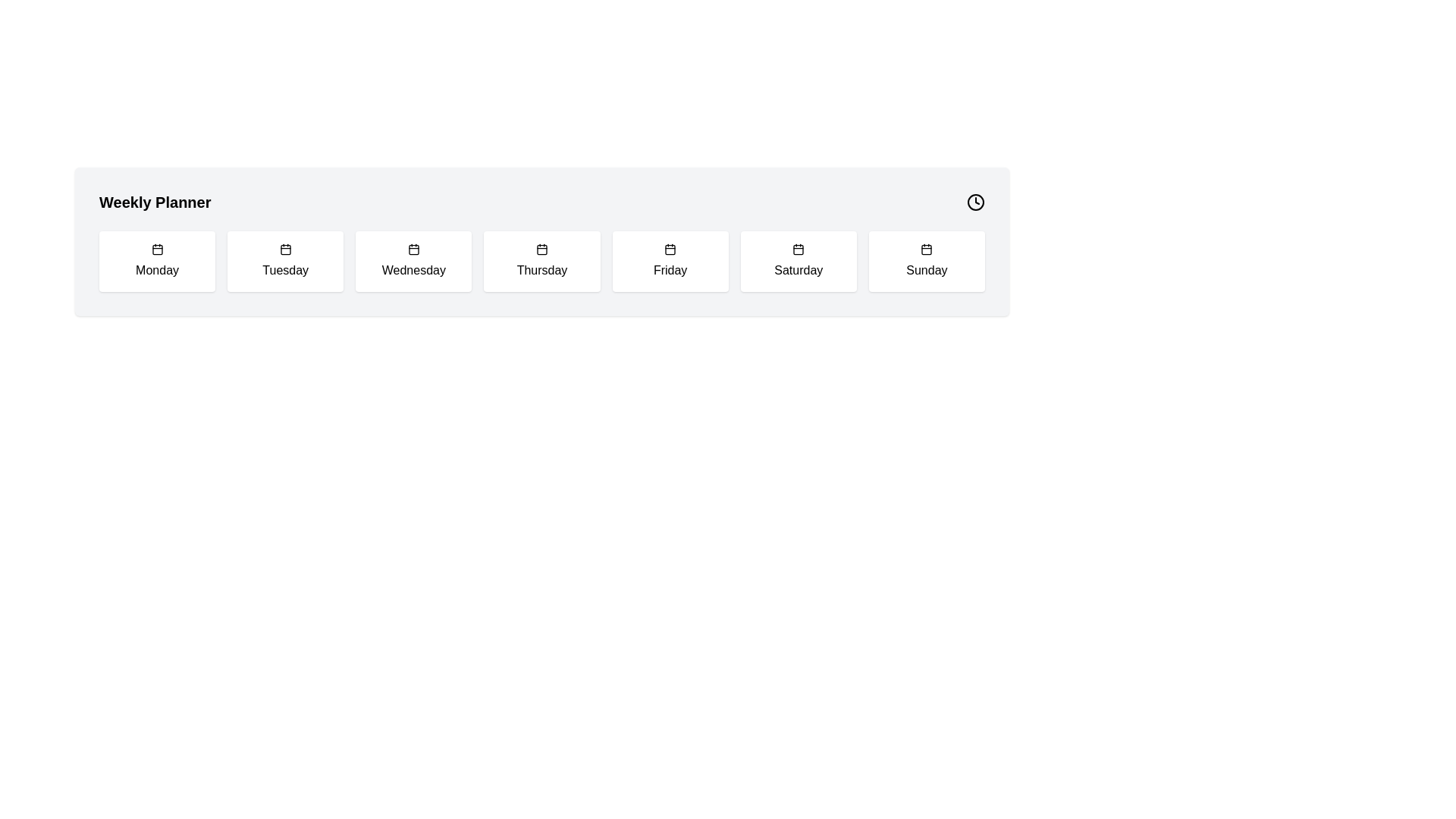  Describe the element at coordinates (926, 260) in the screenshot. I see `the 'Sunday' button located at the bottom-right of the Weekly Planner` at that location.